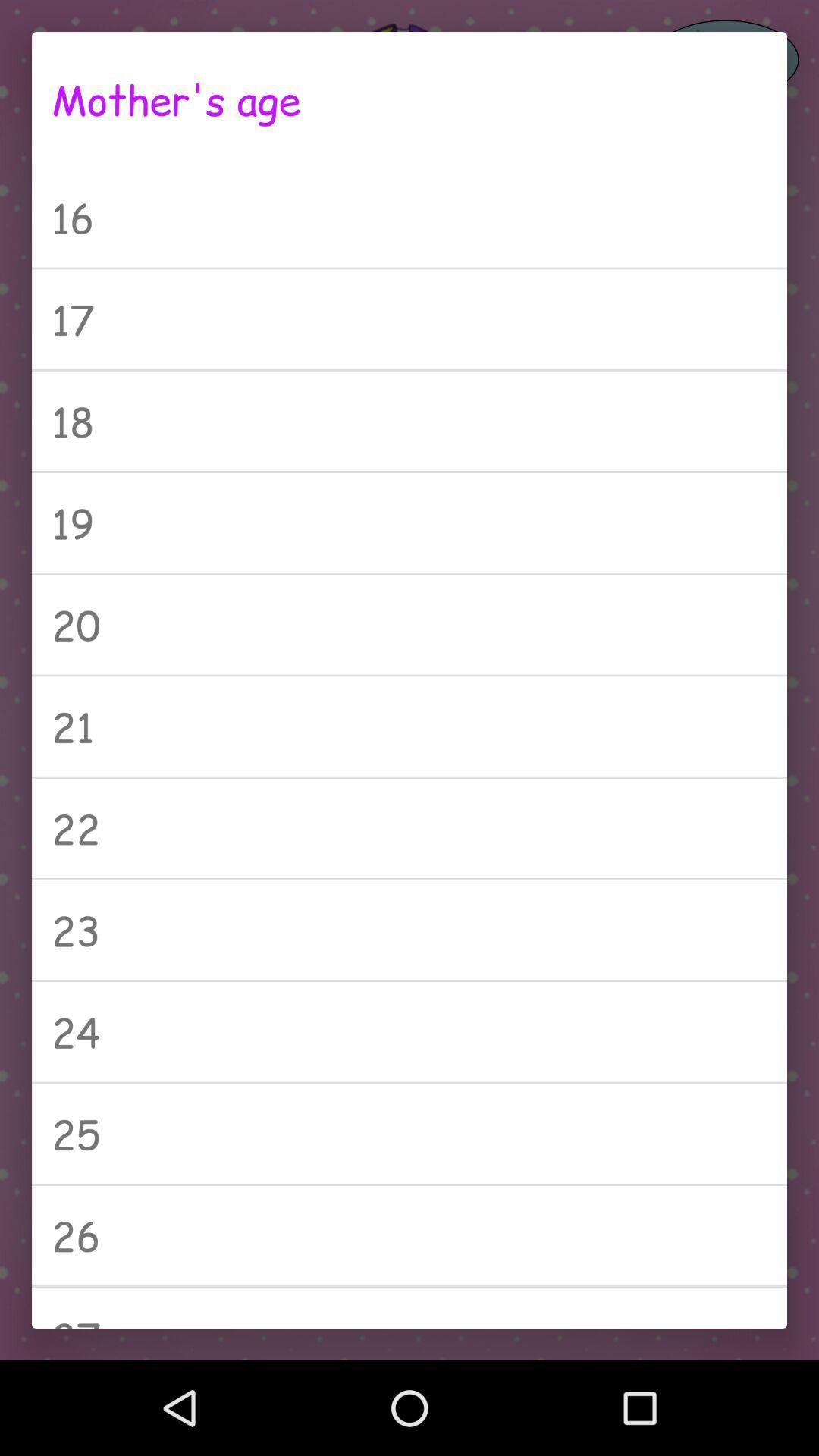 This screenshot has width=819, height=1456. Describe the element at coordinates (409, 726) in the screenshot. I see `icon below the 20` at that location.